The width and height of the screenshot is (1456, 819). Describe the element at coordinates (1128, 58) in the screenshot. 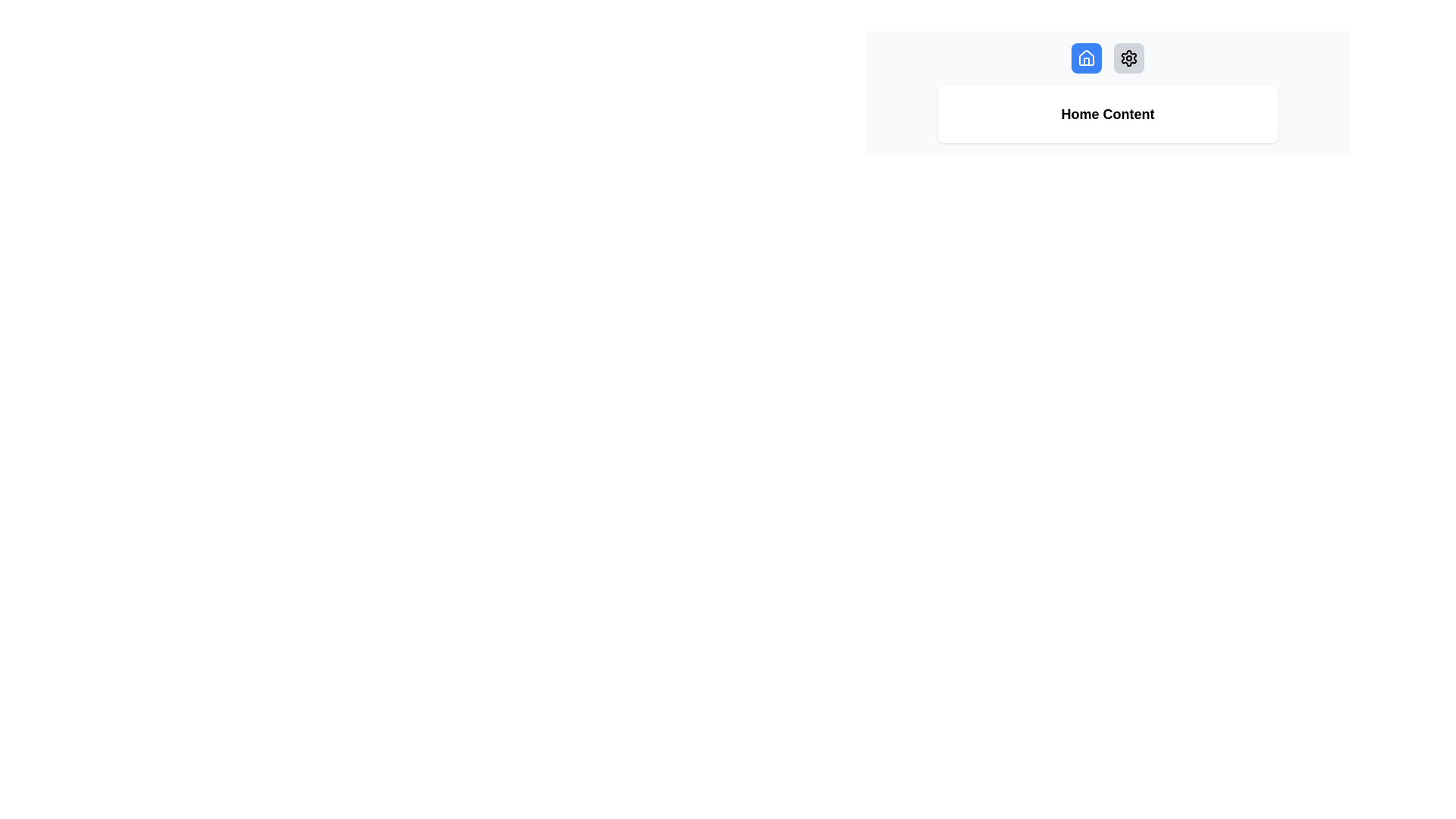

I see `the settings icon located at the top-right corner of the UI` at that location.